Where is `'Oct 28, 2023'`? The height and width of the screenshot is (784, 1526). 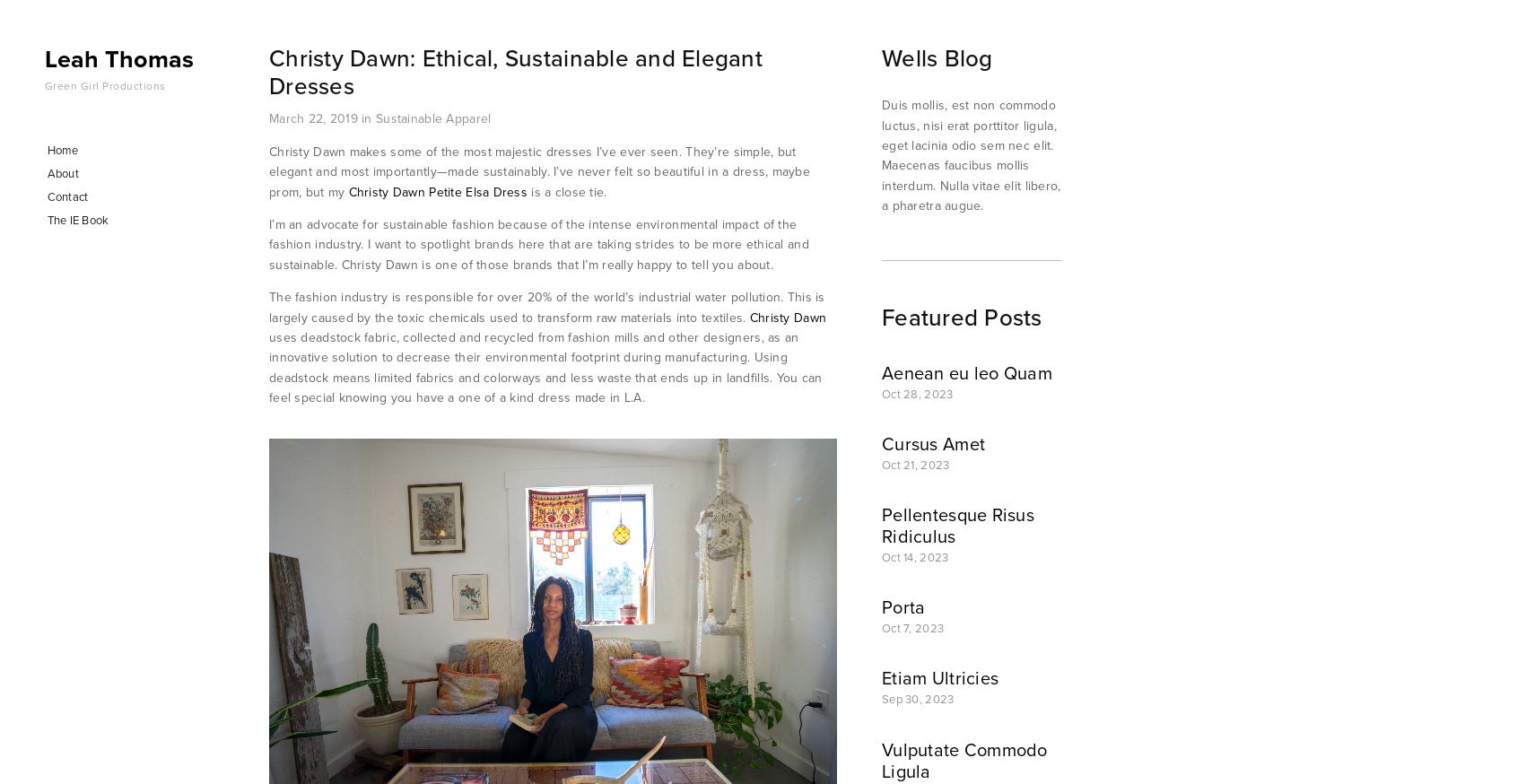
'Oct 28, 2023' is located at coordinates (917, 392).